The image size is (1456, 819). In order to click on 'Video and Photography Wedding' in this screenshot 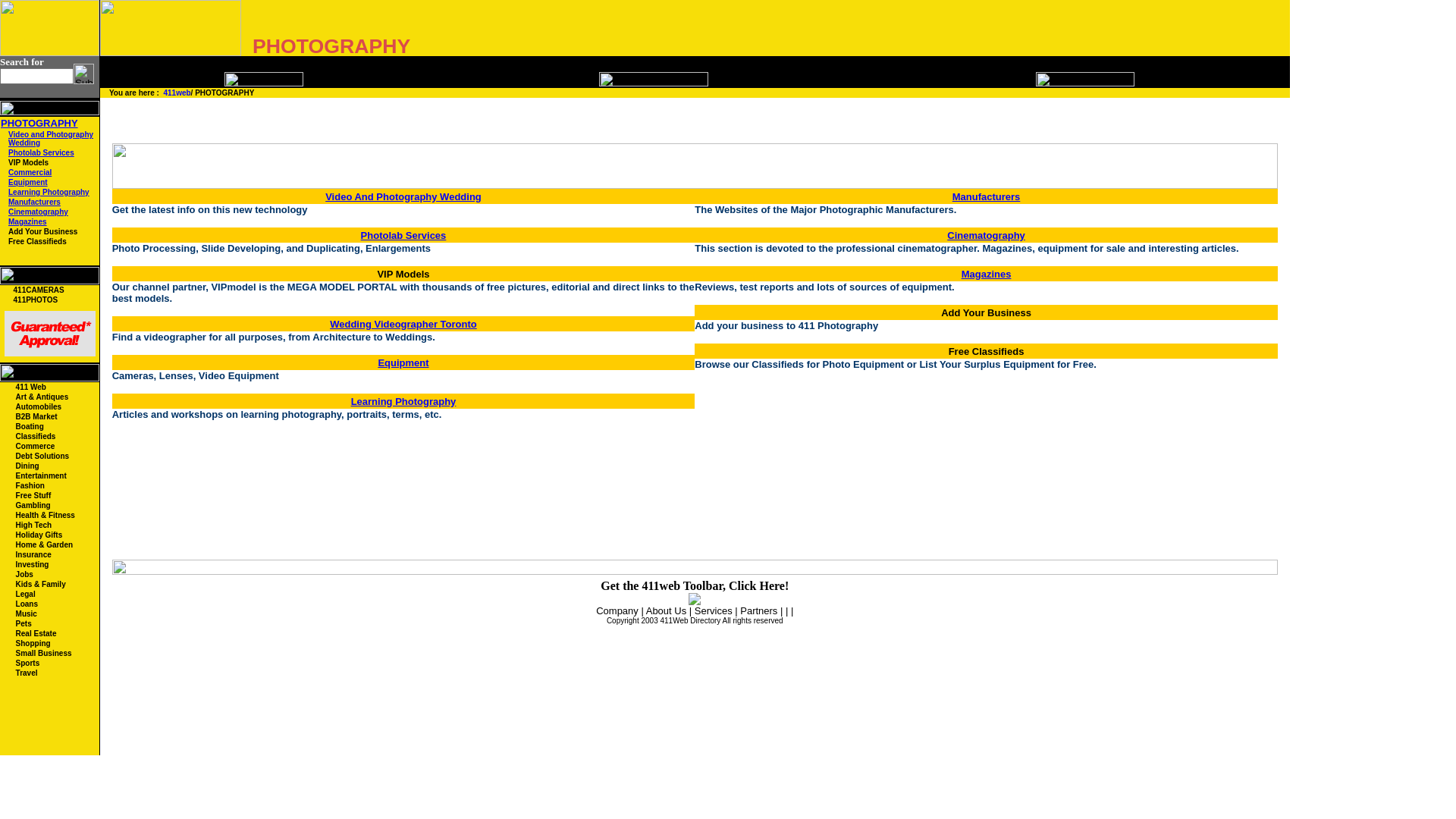, I will do `click(51, 138)`.